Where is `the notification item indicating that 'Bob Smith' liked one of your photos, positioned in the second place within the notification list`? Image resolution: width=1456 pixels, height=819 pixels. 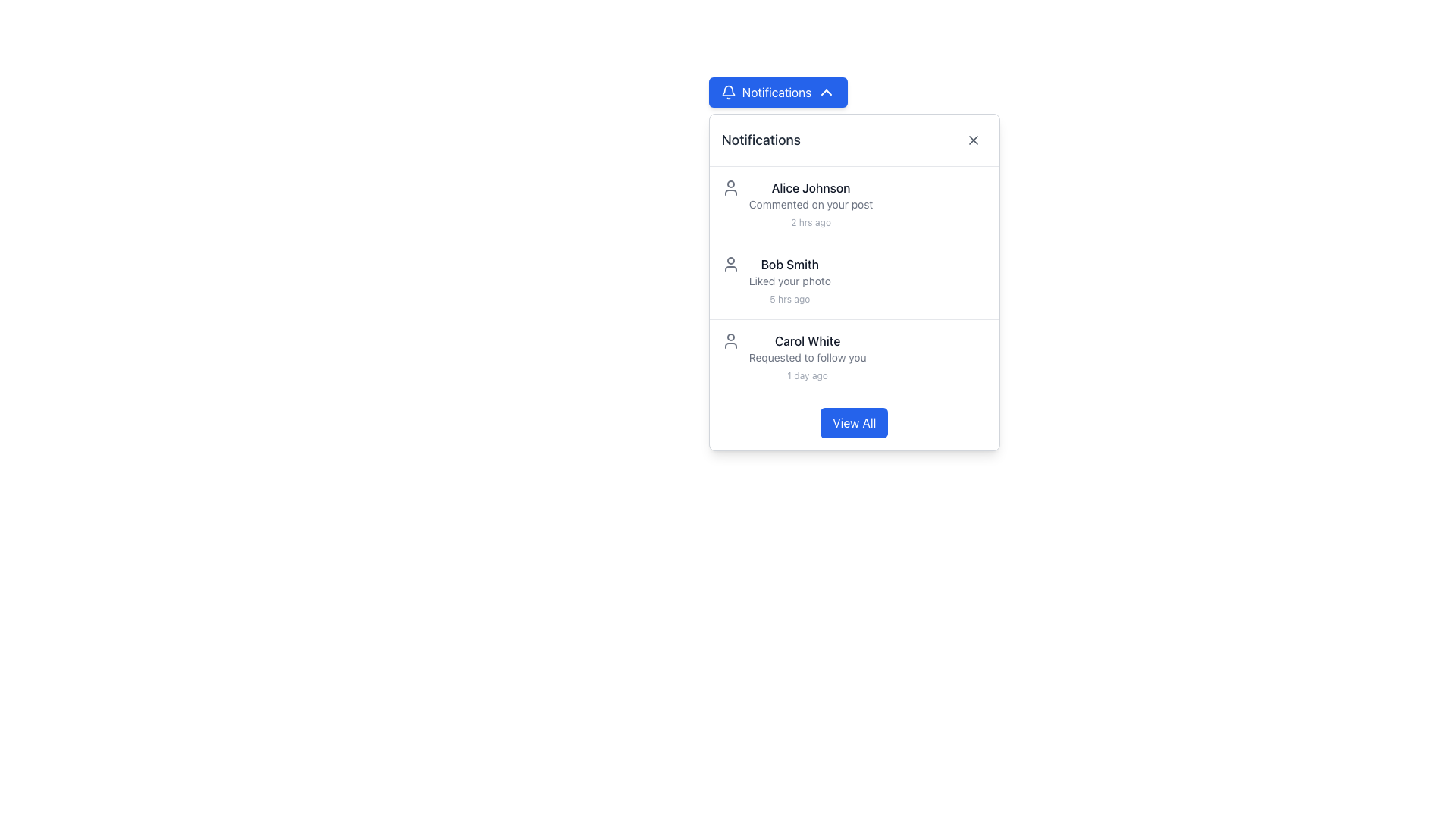 the notification item indicating that 'Bob Smith' liked one of your photos, positioned in the second place within the notification list is located at coordinates (789, 281).